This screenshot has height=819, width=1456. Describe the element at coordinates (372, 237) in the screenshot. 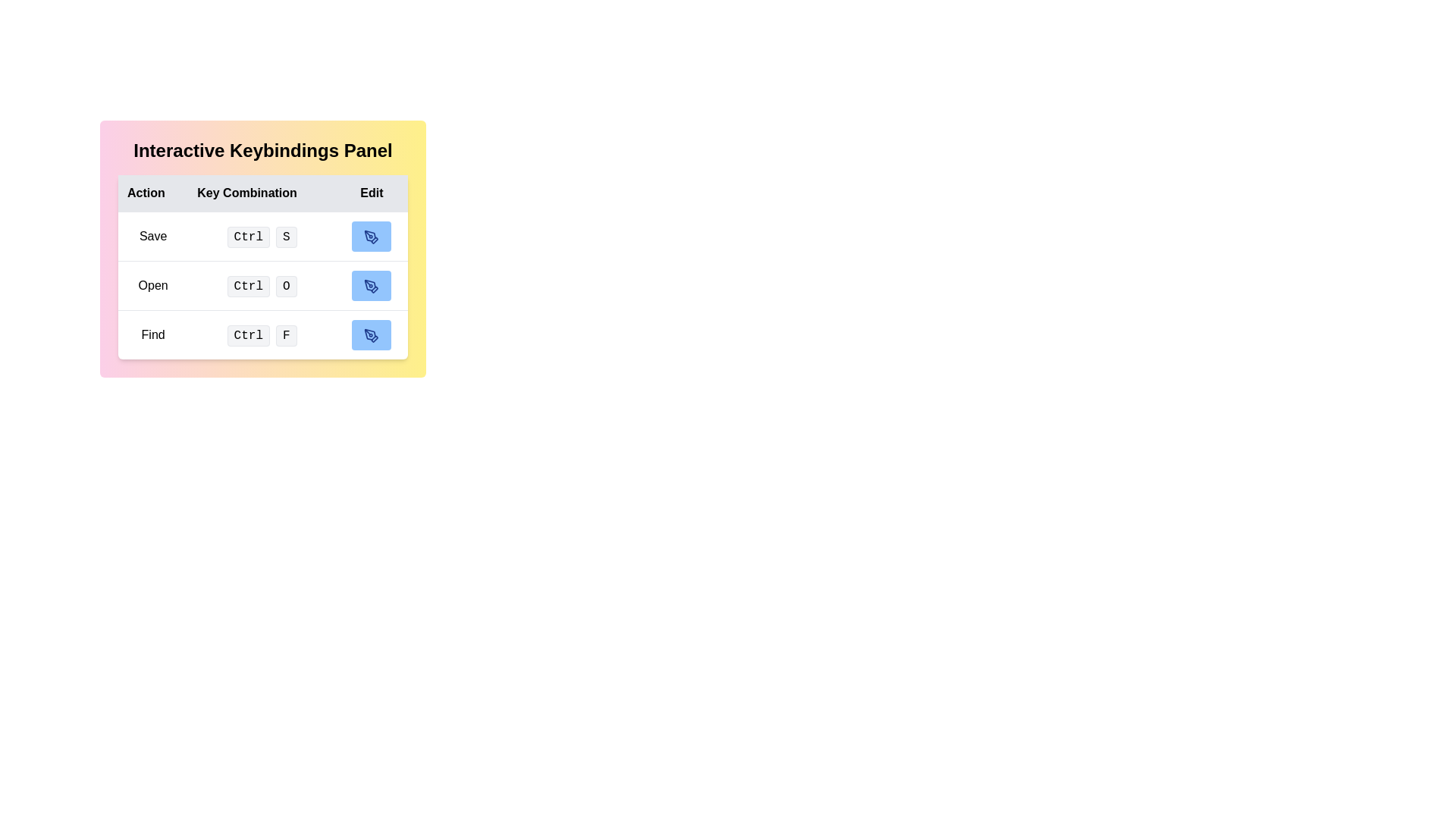

I see `the Icon Button with a blue background located in the 'Edit' column of the 'Save' row in the 'Interactive Keybindings Panel' to interact` at that location.